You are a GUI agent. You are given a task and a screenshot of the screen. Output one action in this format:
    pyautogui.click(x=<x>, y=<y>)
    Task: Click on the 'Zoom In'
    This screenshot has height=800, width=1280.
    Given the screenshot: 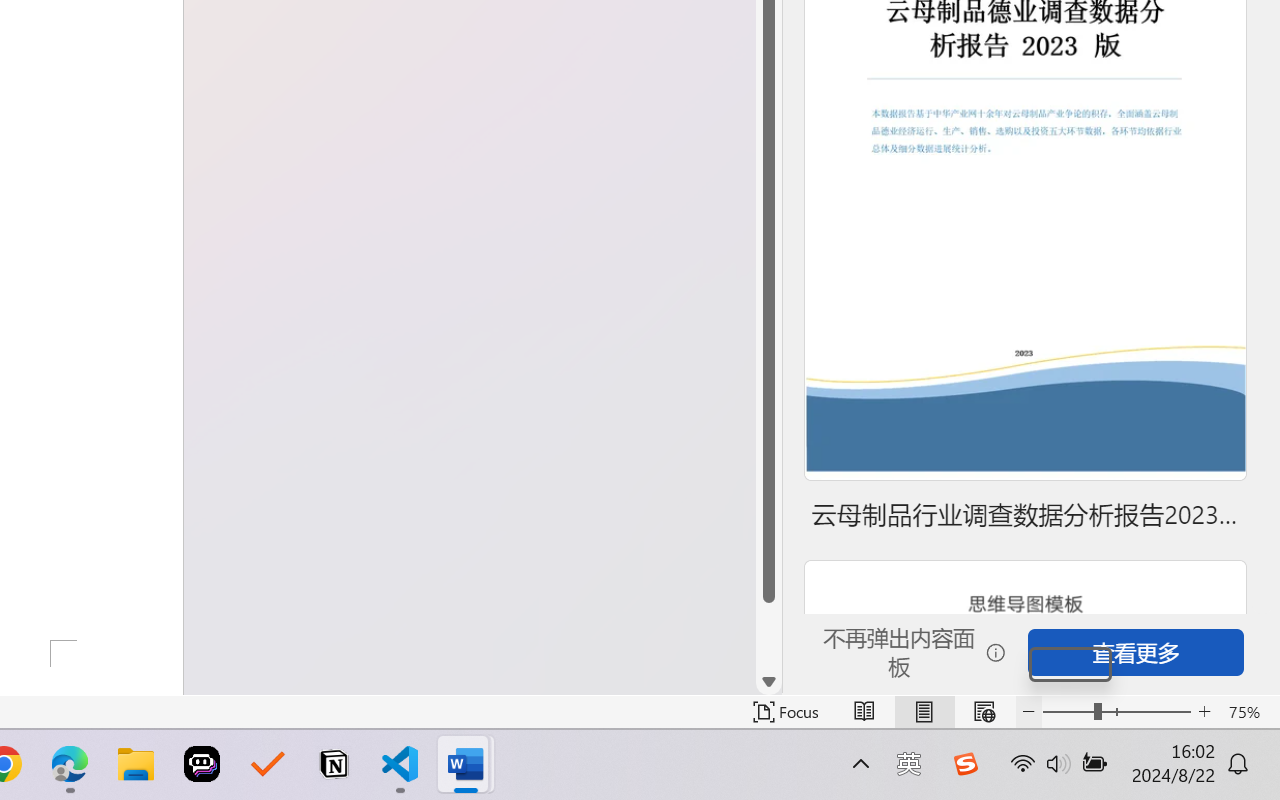 What is the action you would take?
    pyautogui.click(x=1204, y=711)
    